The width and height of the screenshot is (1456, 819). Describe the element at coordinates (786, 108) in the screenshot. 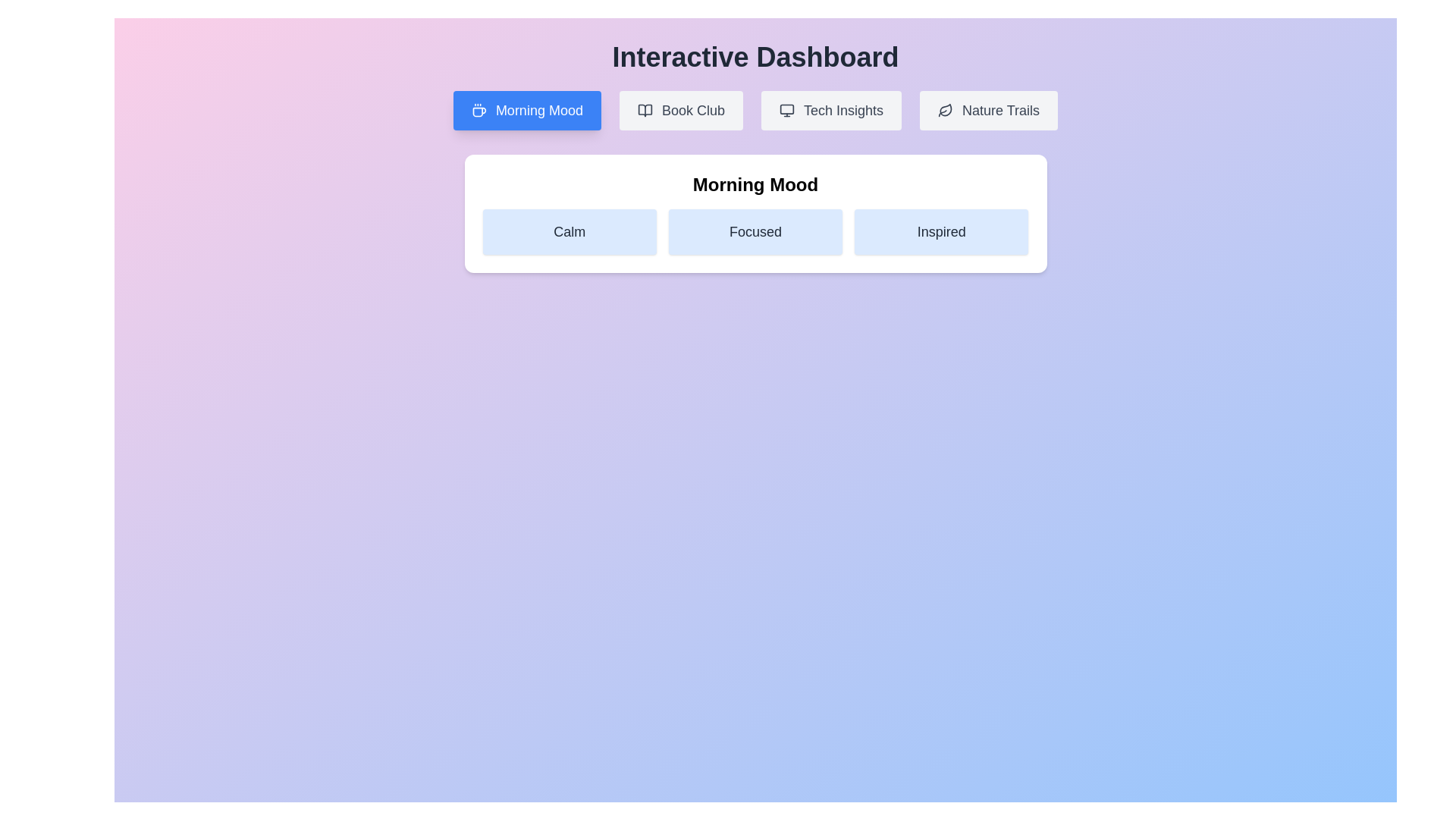

I see `the SVG rectangle that represents the body of the monitor in the 'Tech Insights' icon located in the top navigation bar` at that location.